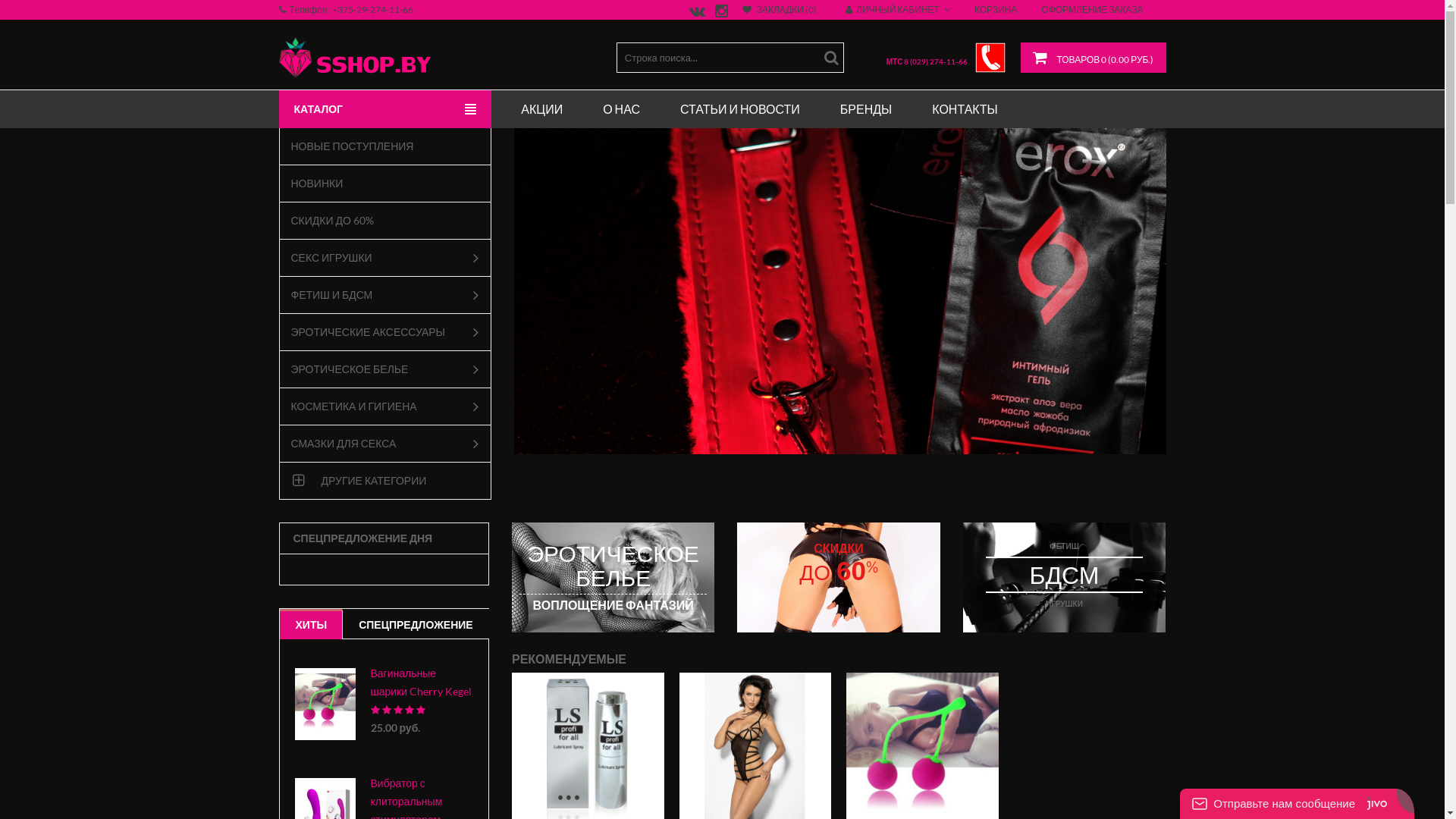  I want to click on 'vk', so click(694, 13).